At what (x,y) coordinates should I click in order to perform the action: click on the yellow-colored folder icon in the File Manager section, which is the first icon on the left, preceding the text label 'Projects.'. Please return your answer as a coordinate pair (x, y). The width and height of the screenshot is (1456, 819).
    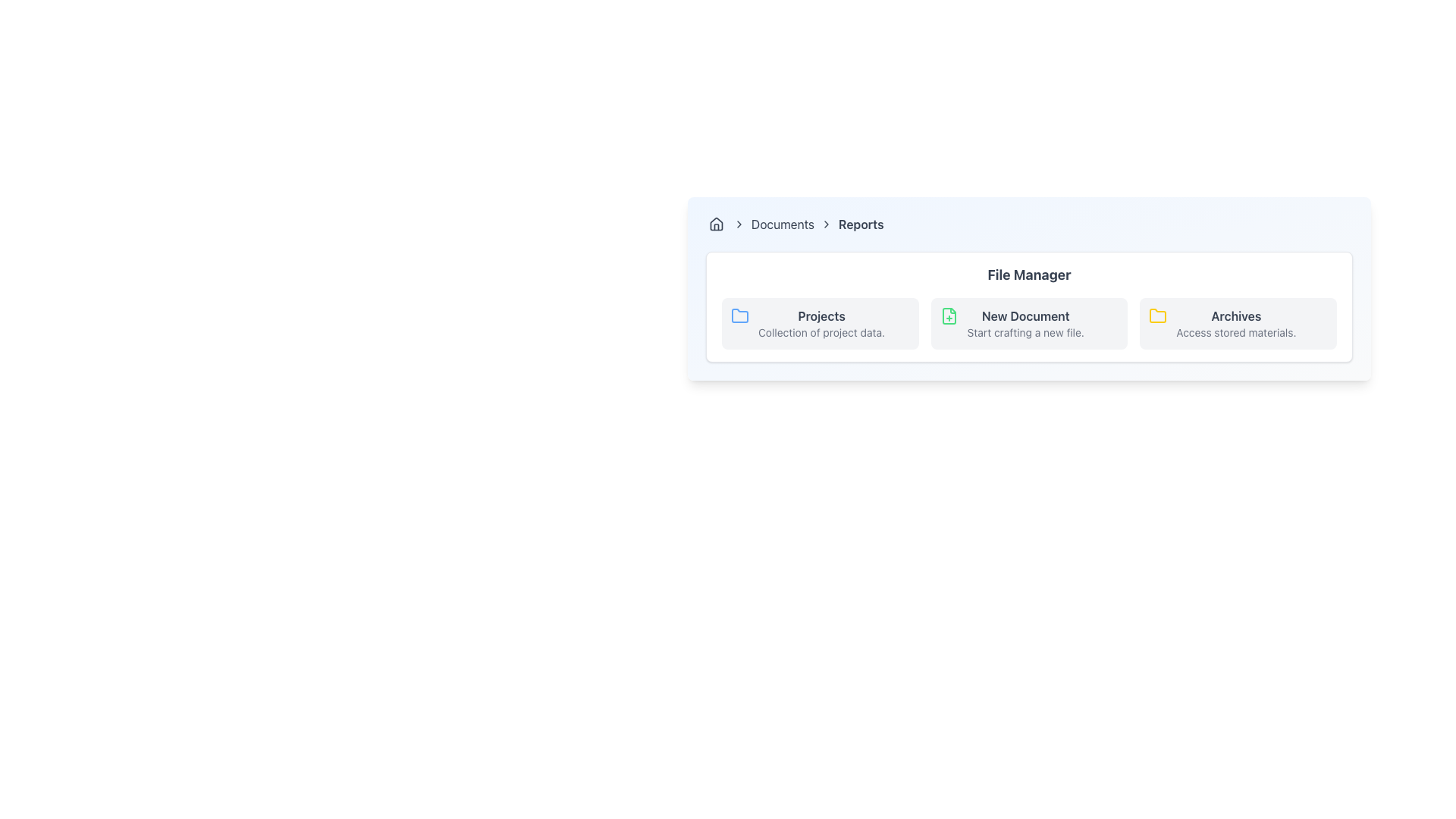
    Looking at the image, I should click on (1157, 315).